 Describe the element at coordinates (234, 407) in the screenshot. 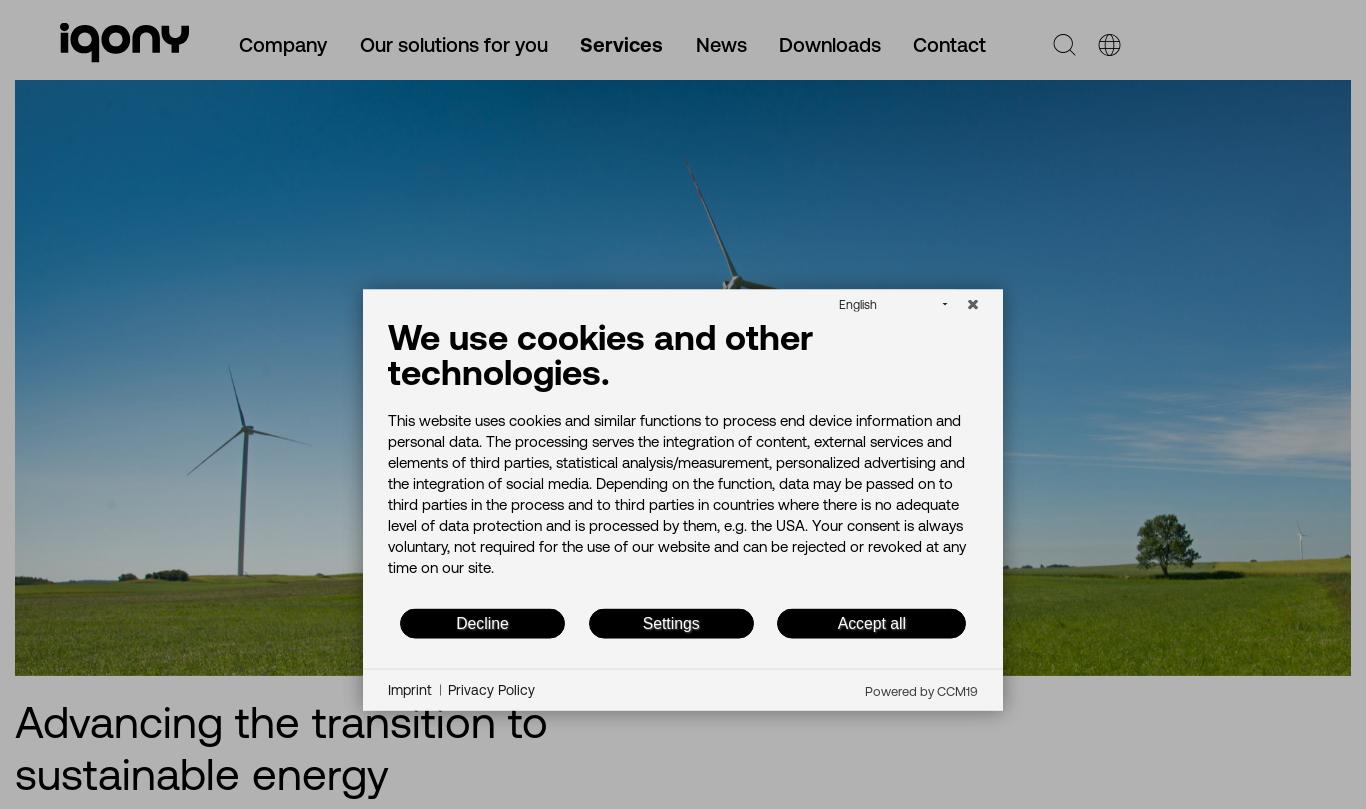

I see `'Our solutions for the housing industry'` at that location.